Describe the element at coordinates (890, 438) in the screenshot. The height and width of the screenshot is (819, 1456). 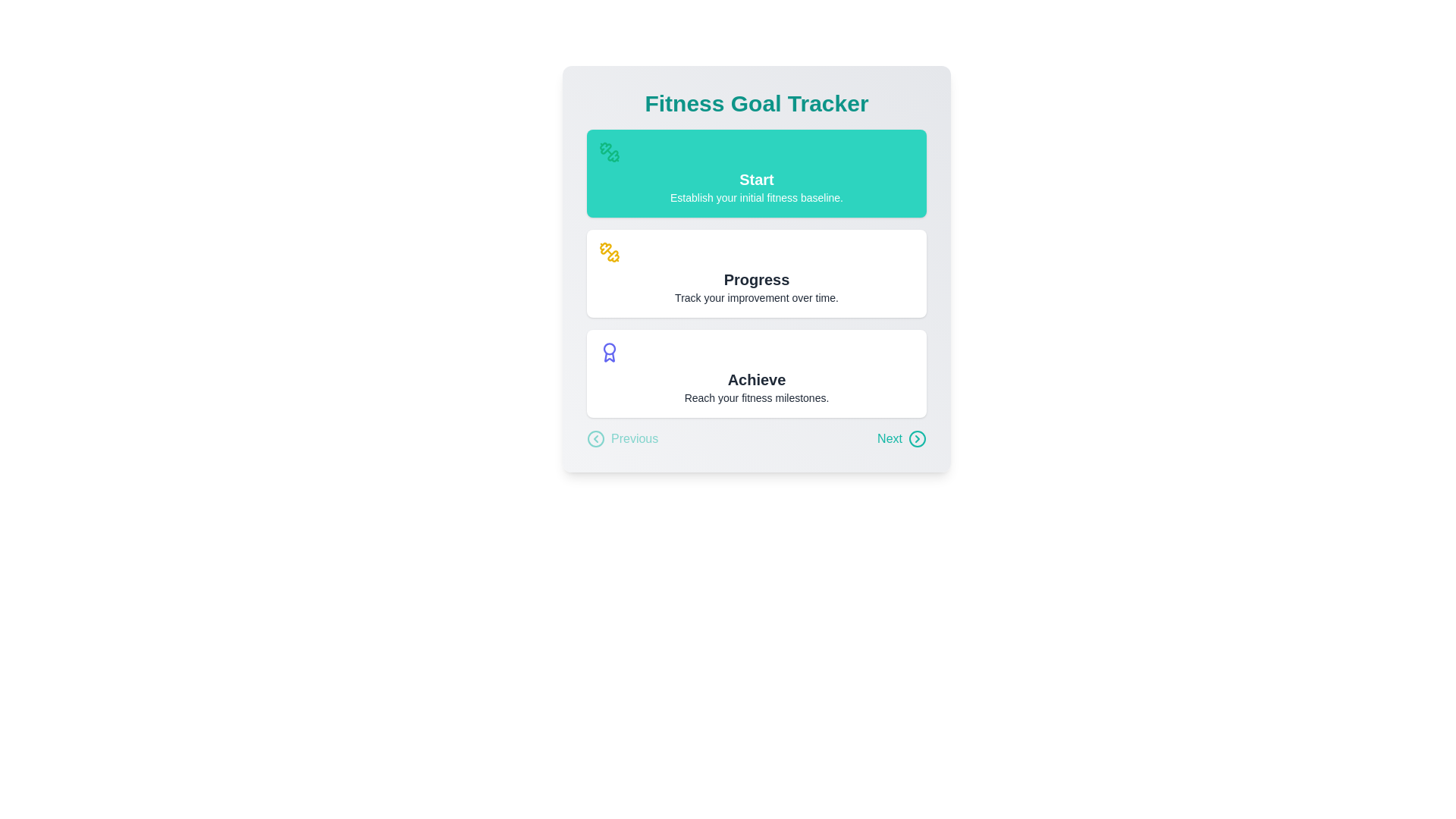
I see `the navigation button located on the lower-right corner of the 'Fitness Goal Tracker' dialog box to proceed to the next step` at that location.